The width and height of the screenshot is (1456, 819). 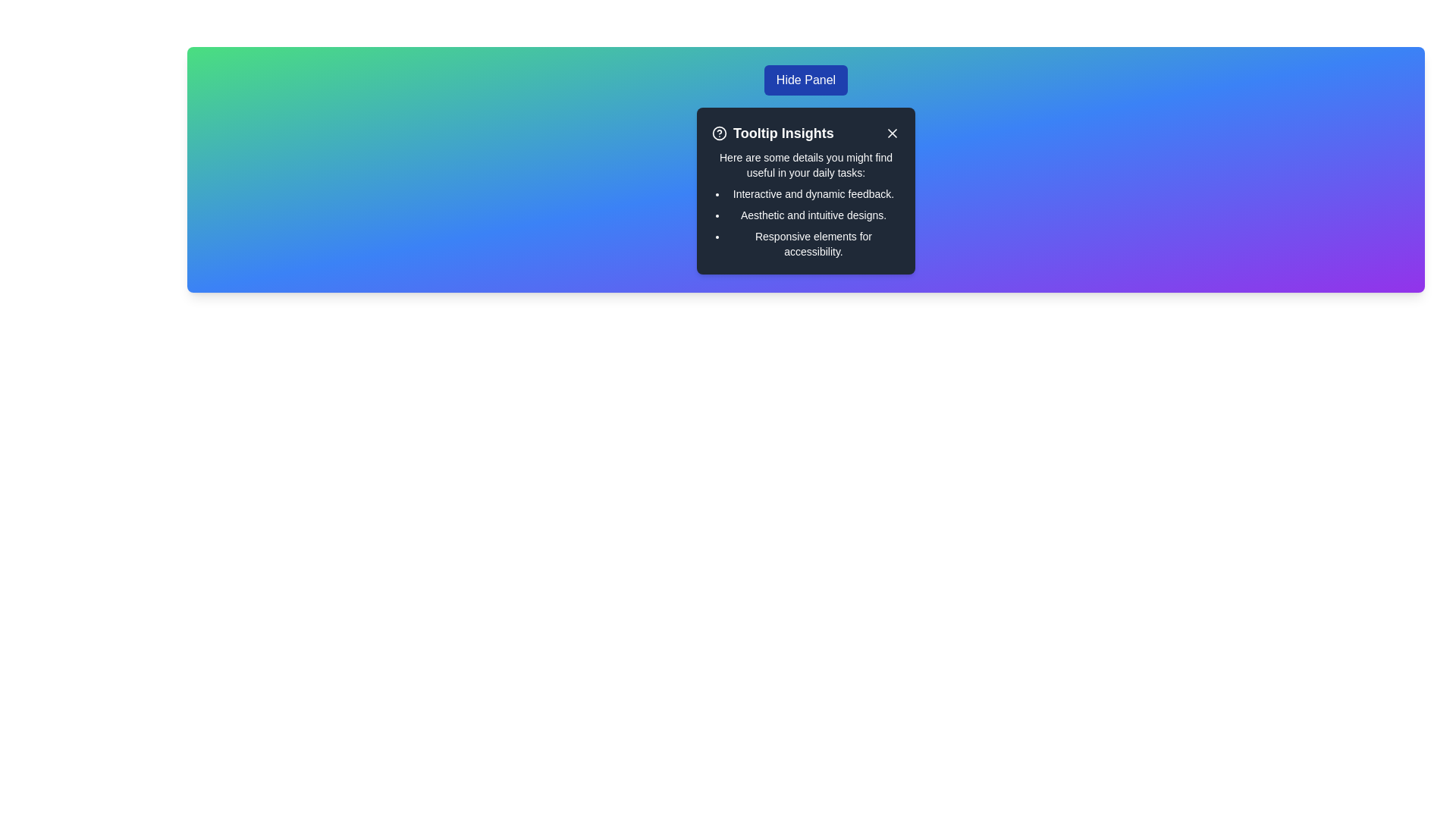 I want to click on the text element styled in a small-sized white font that reads 'Responsive elements for accessibility.' which is the third bullet point in a tooltip panel, so click(x=813, y=243).